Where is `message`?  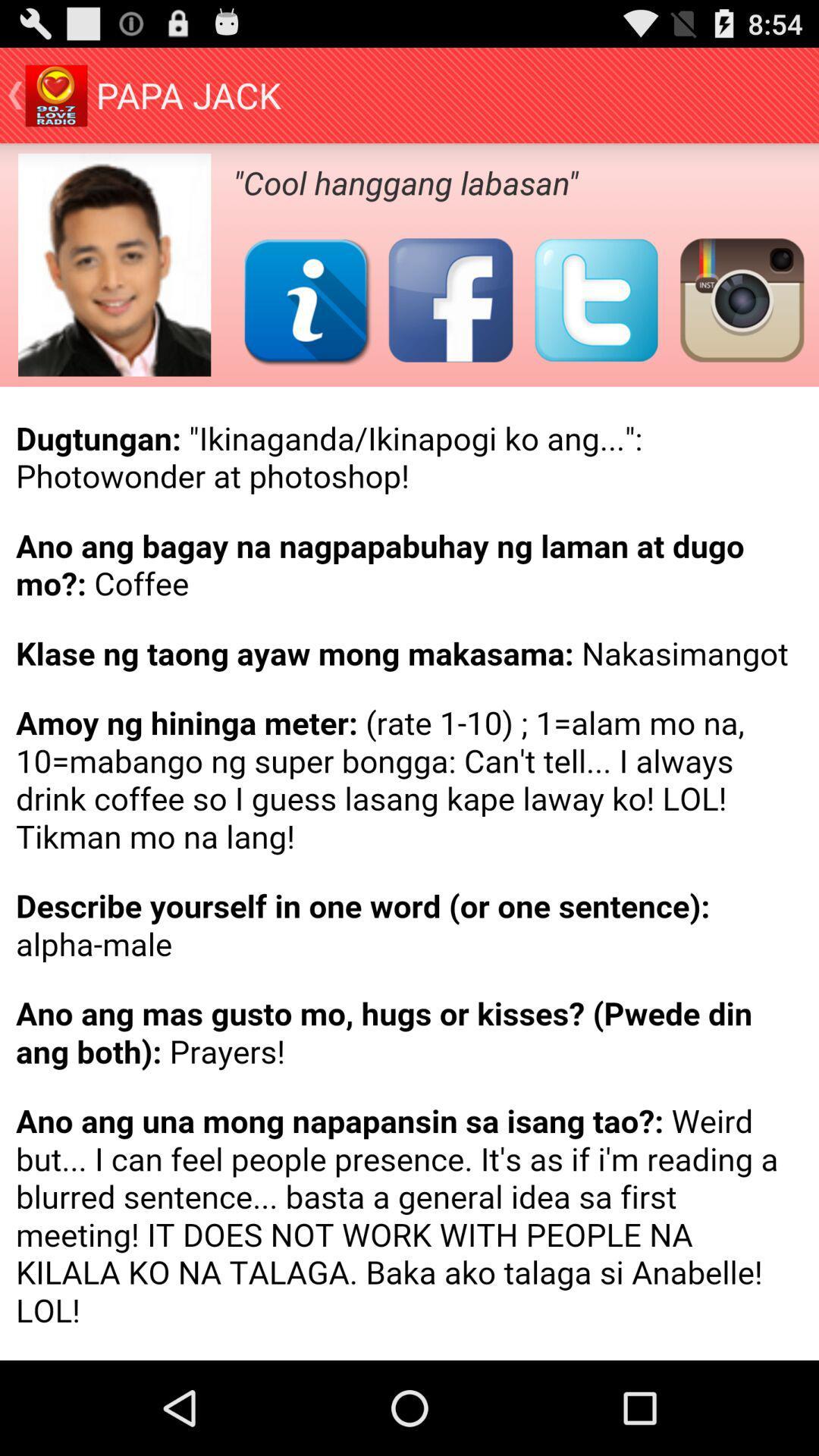
message is located at coordinates (409, 874).